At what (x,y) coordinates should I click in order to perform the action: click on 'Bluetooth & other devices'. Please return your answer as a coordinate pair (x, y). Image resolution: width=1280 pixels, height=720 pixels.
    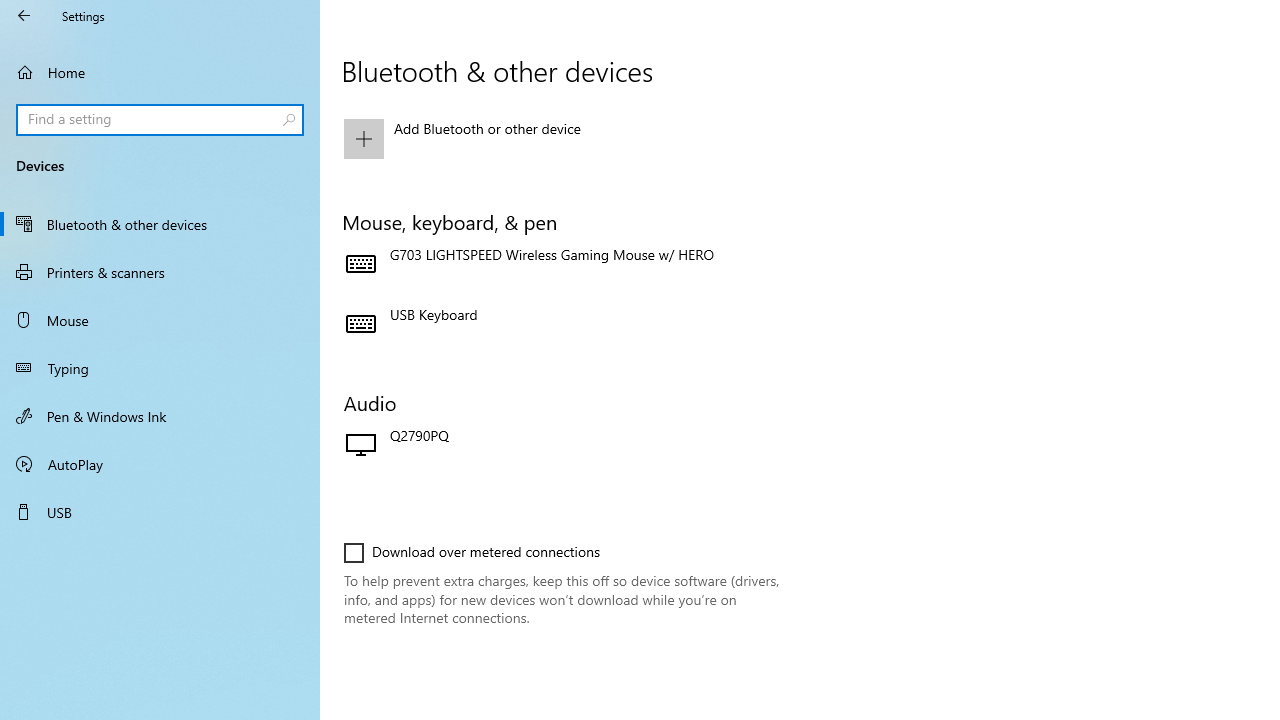
    Looking at the image, I should click on (160, 223).